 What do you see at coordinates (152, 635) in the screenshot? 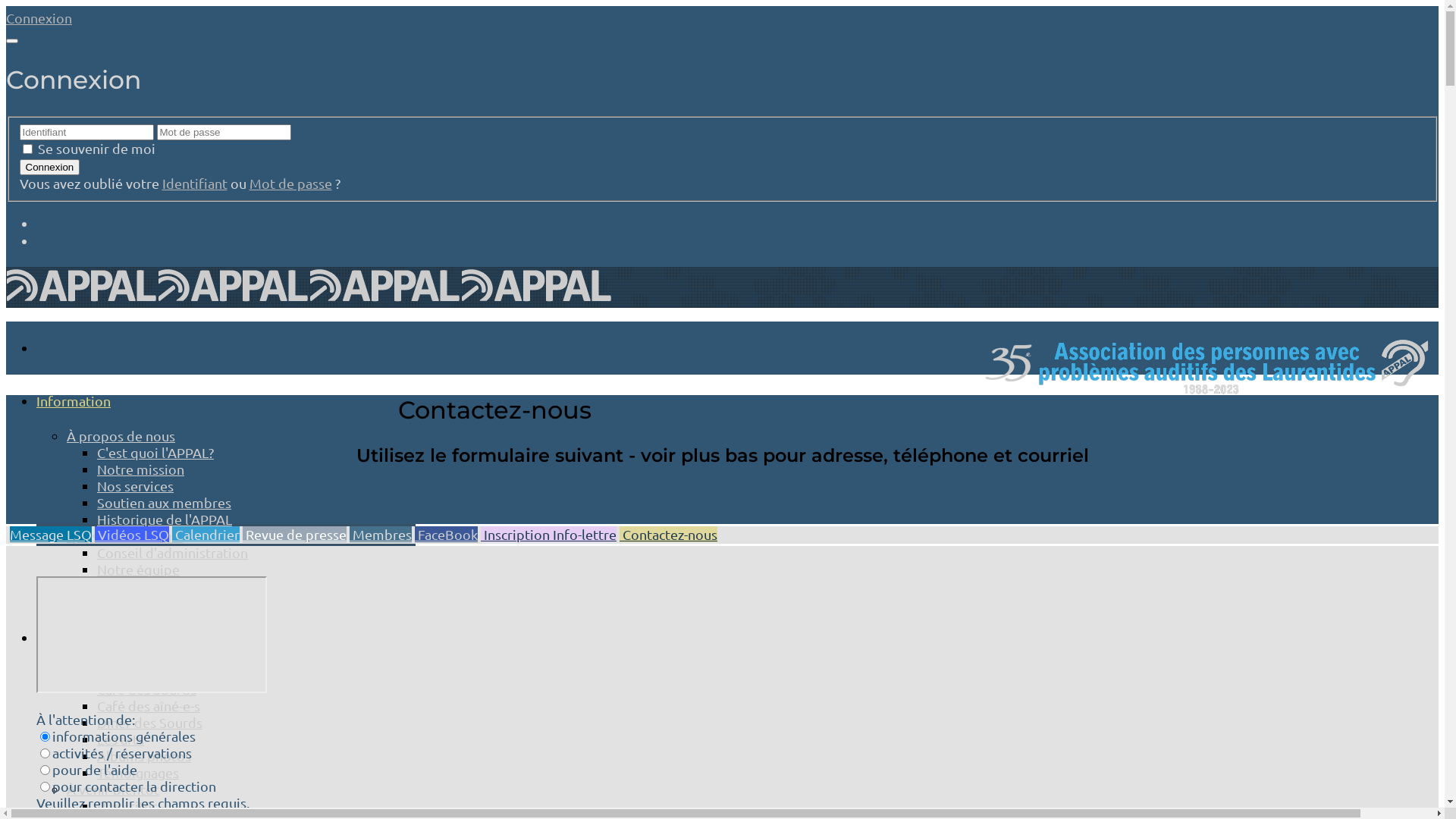
I see `'YouTube video player'` at bounding box center [152, 635].